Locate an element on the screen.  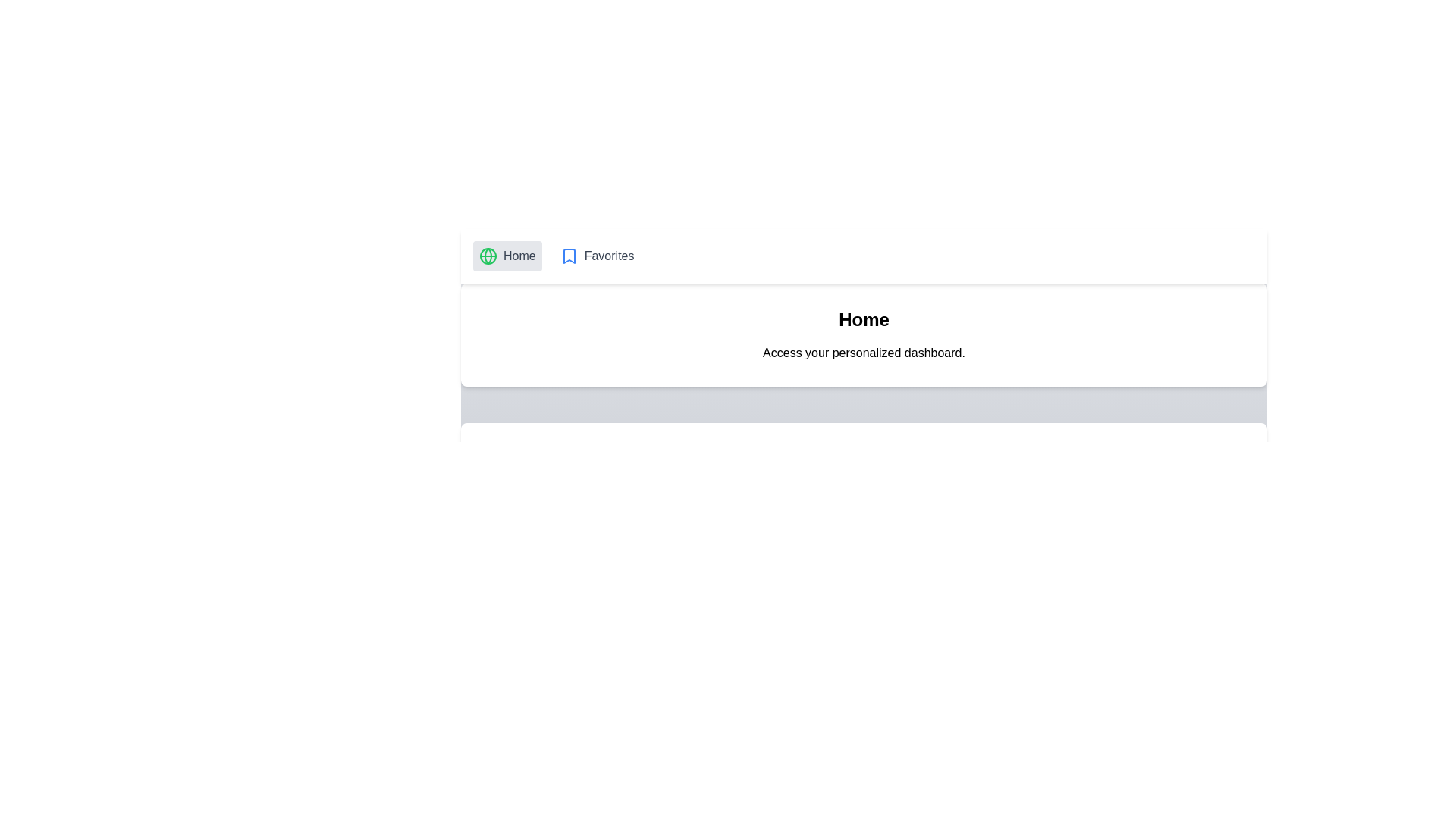
the decorative circle icon within the globe icon, which is located to the left of the 'Home' text label in the navigation bar is located at coordinates (488, 256).